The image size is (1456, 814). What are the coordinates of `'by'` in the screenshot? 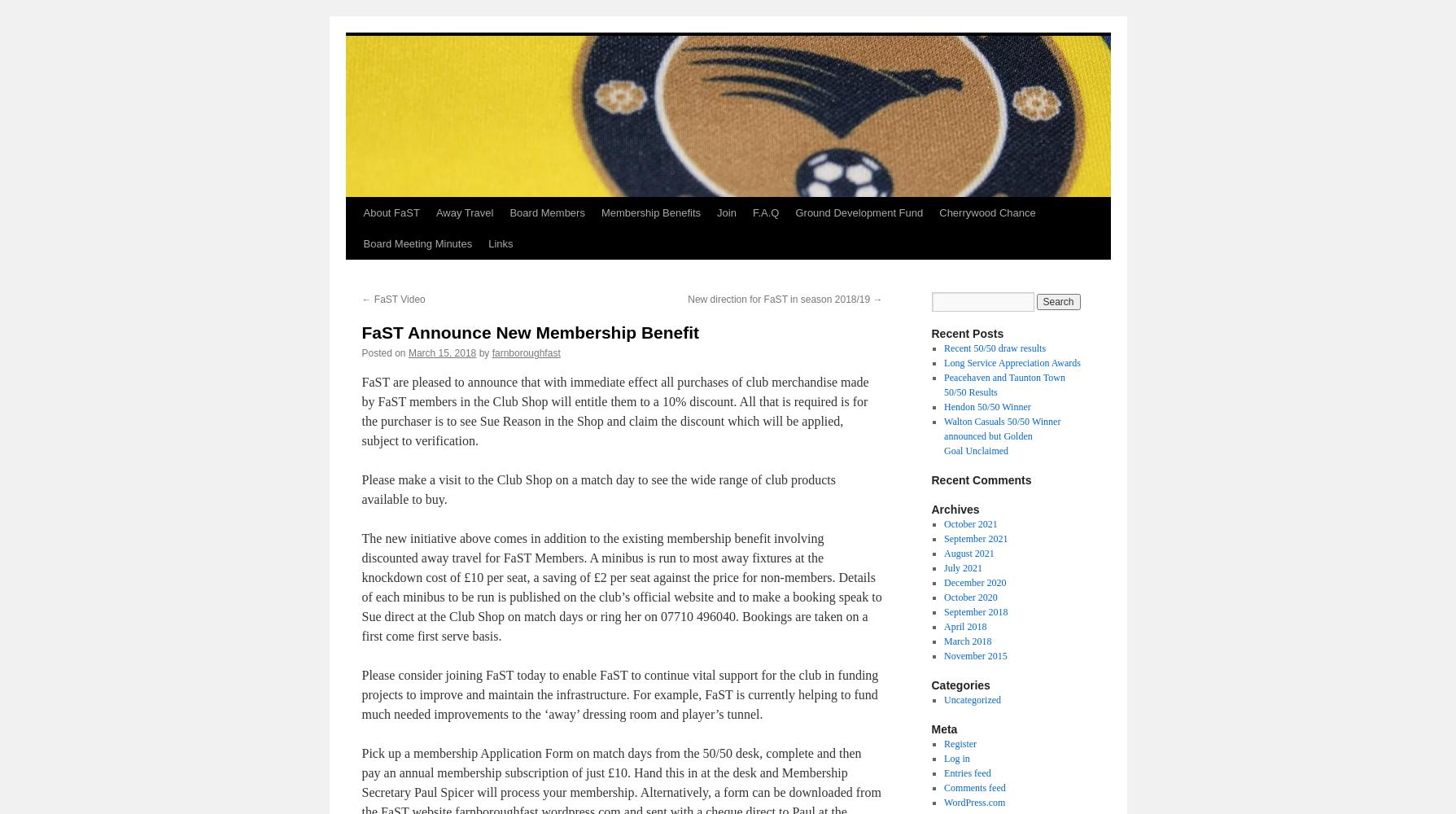 It's located at (483, 353).